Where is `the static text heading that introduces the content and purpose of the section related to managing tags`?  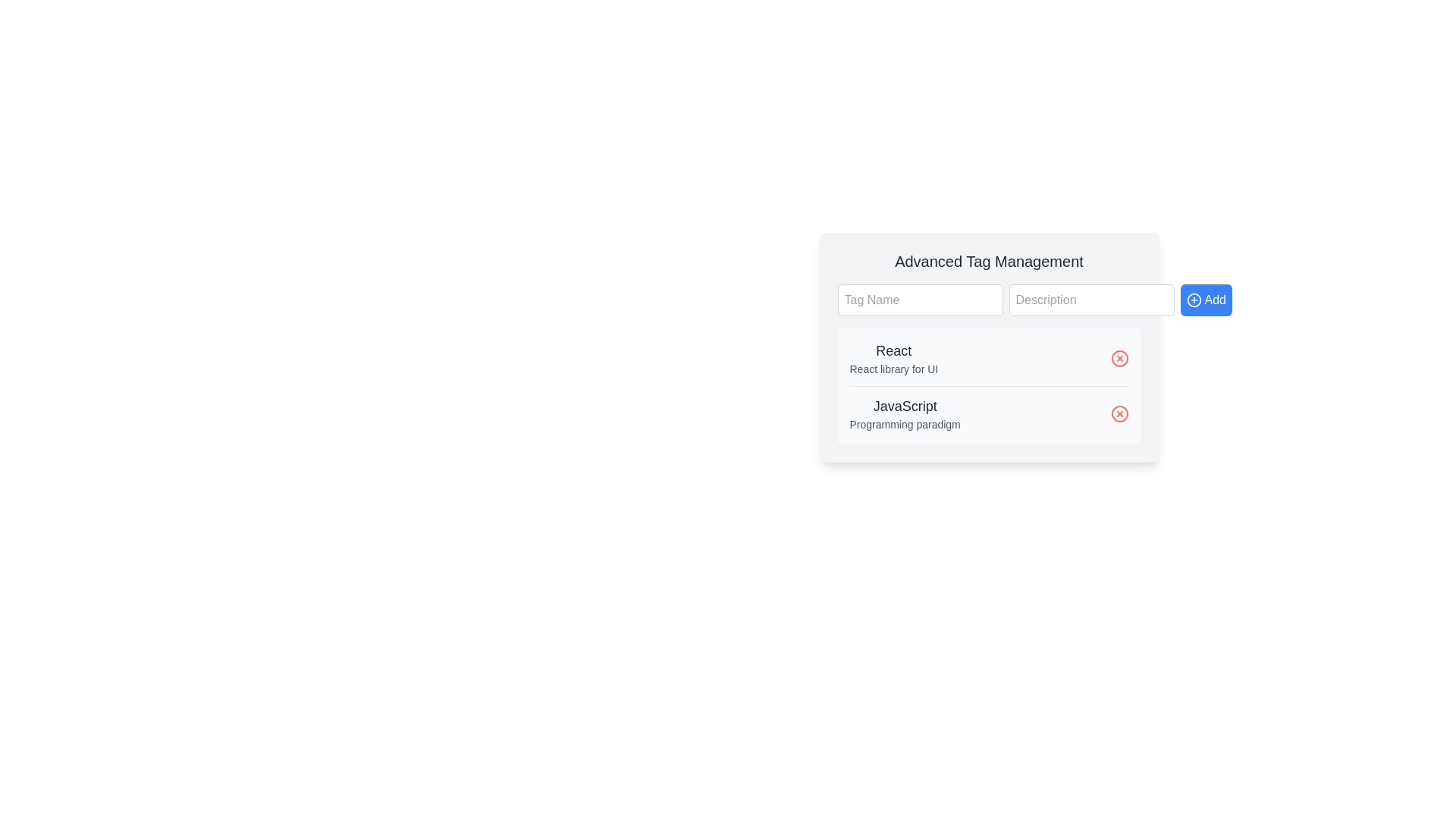
the static text heading that introduces the content and purpose of the section related to managing tags is located at coordinates (989, 260).